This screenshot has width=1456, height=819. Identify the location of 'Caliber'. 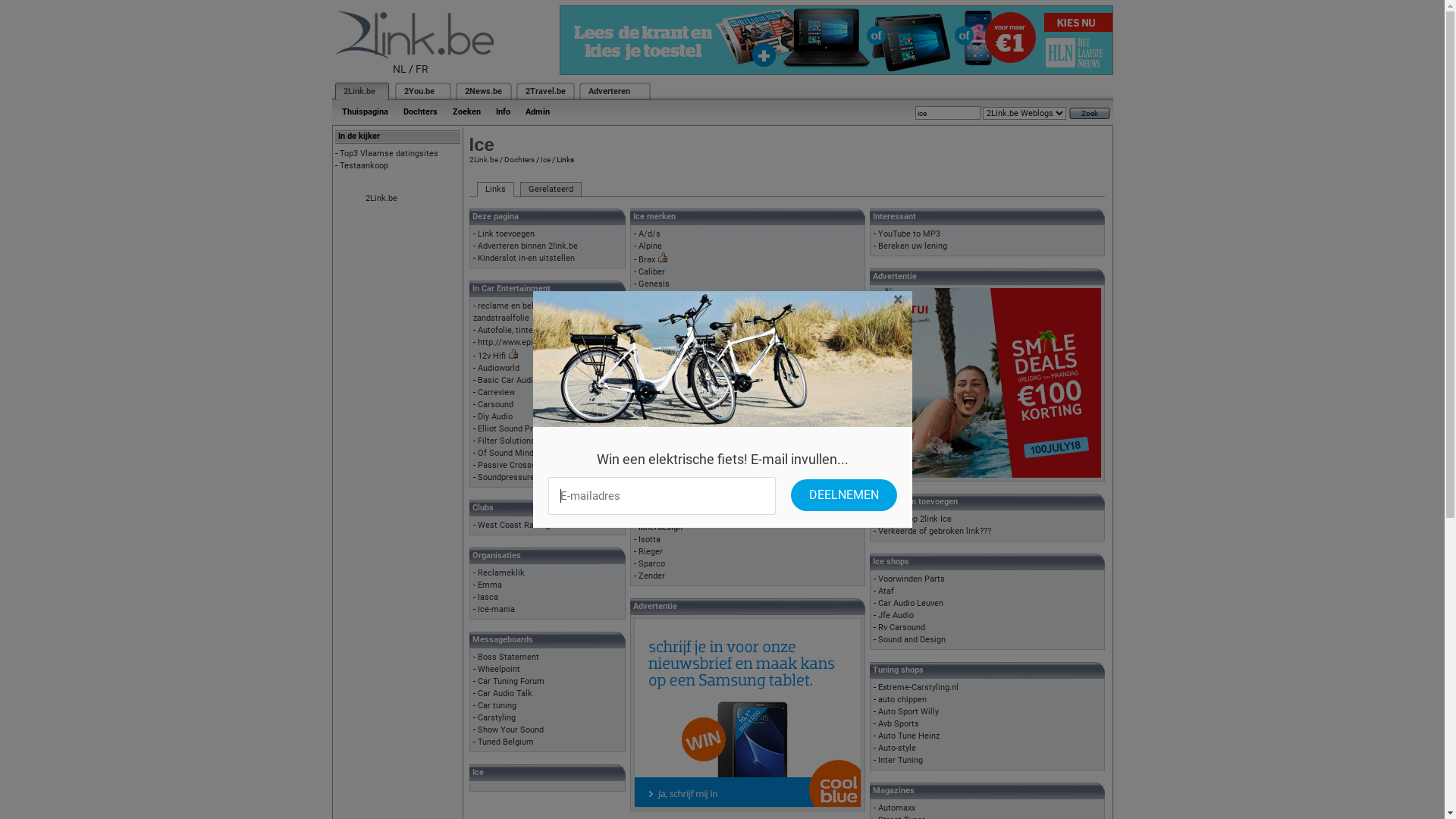
(651, 271).